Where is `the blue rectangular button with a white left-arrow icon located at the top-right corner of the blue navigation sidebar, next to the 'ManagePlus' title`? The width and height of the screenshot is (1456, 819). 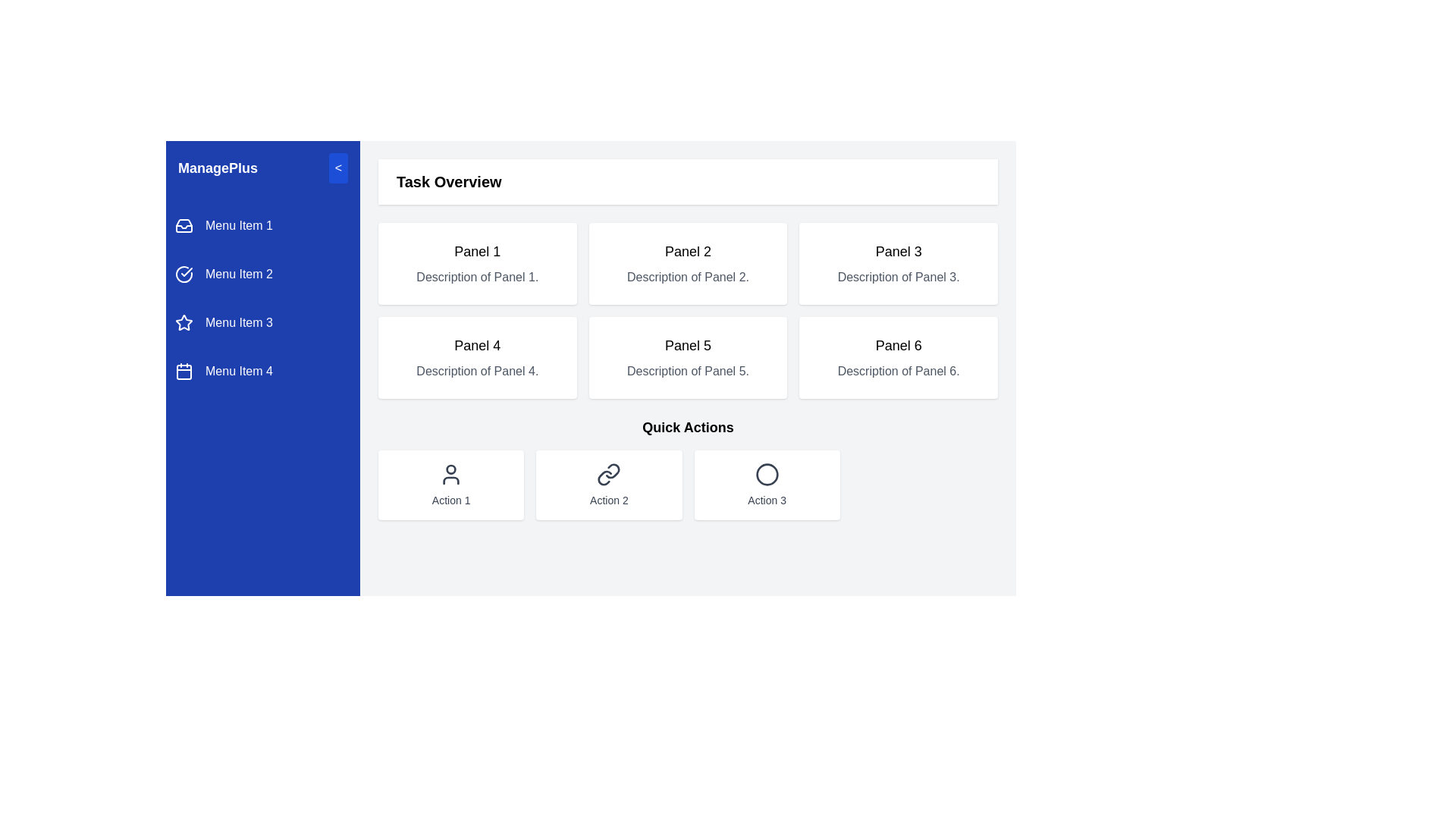 the blue rectangular button with a white left-arrow icon located at the top-right corner of the blue navigation sidebar, next to the 'ManagePlus' title is located at coordinates (337, 168).